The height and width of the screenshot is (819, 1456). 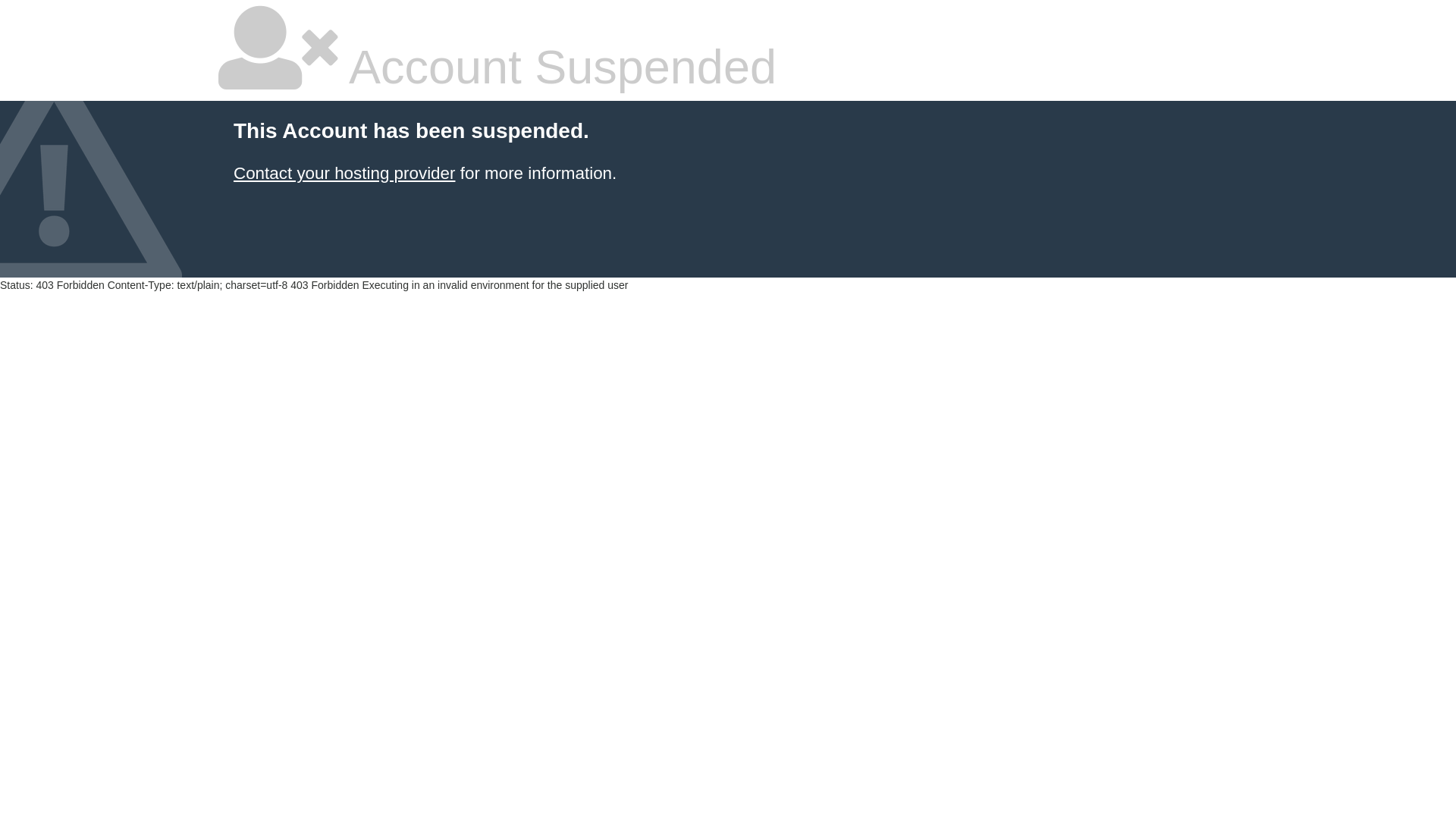 I want to click on 'Contact your hosting provider', so click(x=232, y=172).